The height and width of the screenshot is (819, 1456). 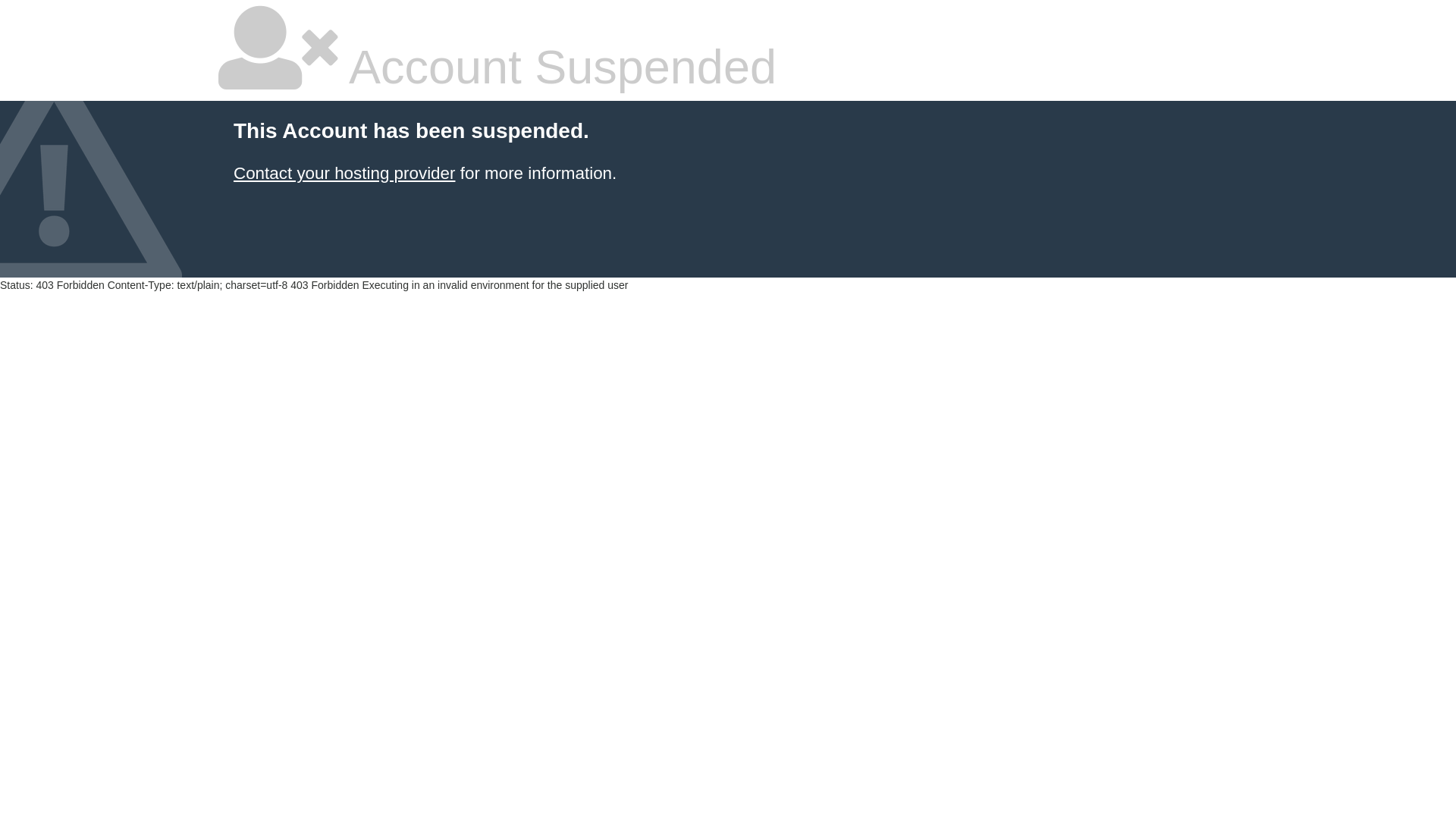 I want to click on 'Contact your hosting provider', so click(x=232, y=172).